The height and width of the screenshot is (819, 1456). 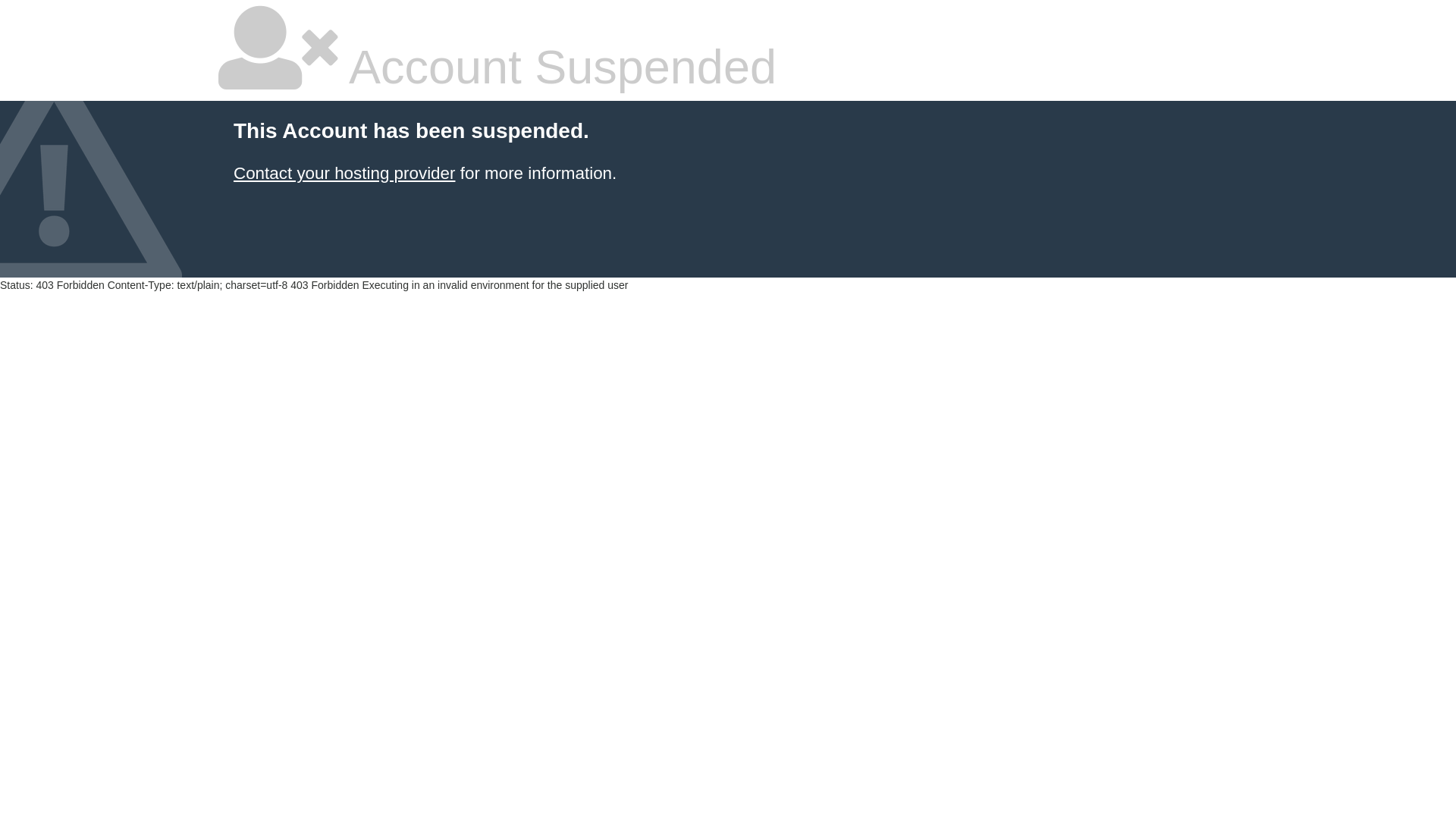 I want to click on 'Contact your hosting provider', so click(x=232, y=172).